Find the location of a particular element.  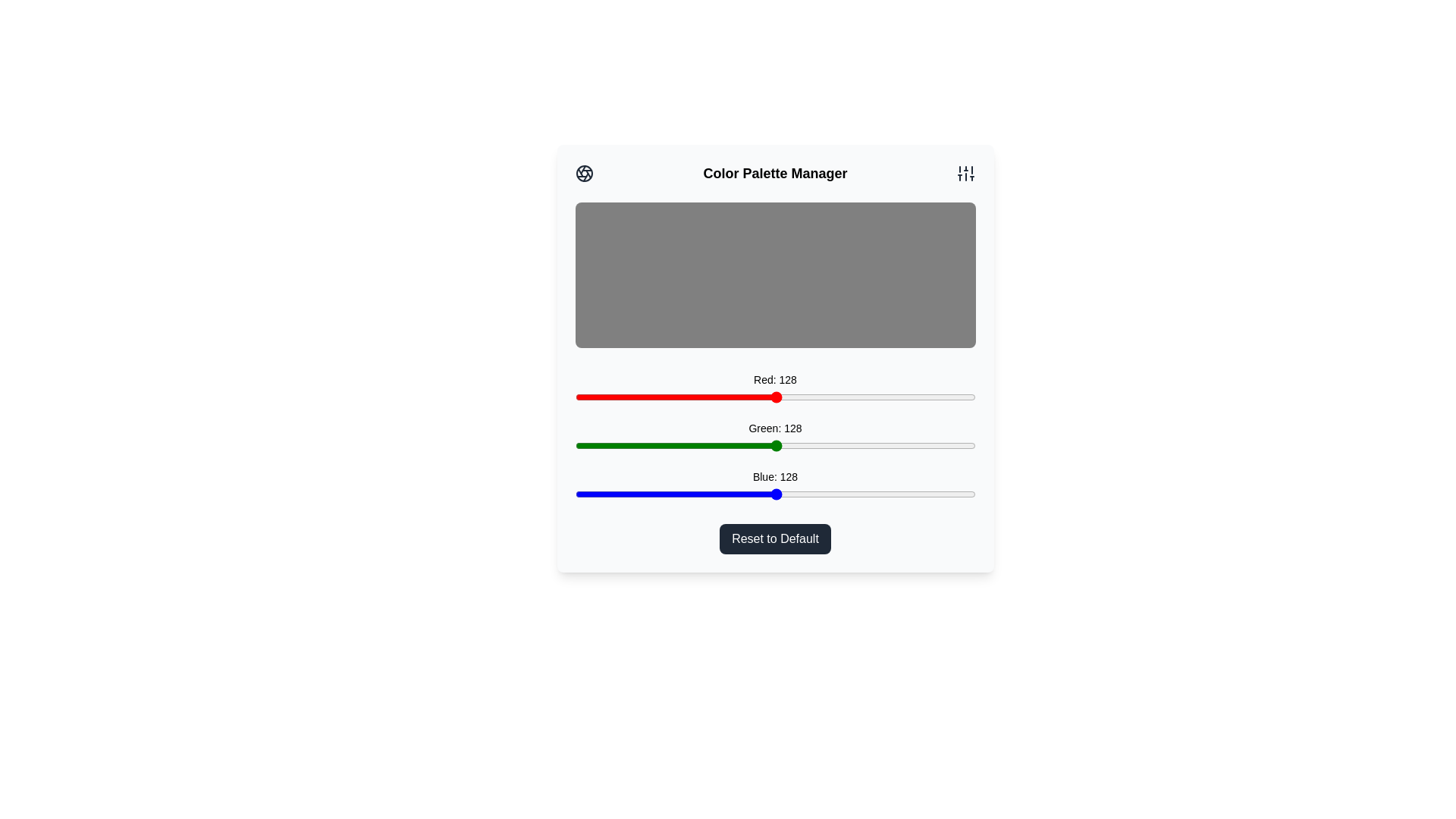

the green slider to set the green intensity to 83 is located at coordinates (704, 444).